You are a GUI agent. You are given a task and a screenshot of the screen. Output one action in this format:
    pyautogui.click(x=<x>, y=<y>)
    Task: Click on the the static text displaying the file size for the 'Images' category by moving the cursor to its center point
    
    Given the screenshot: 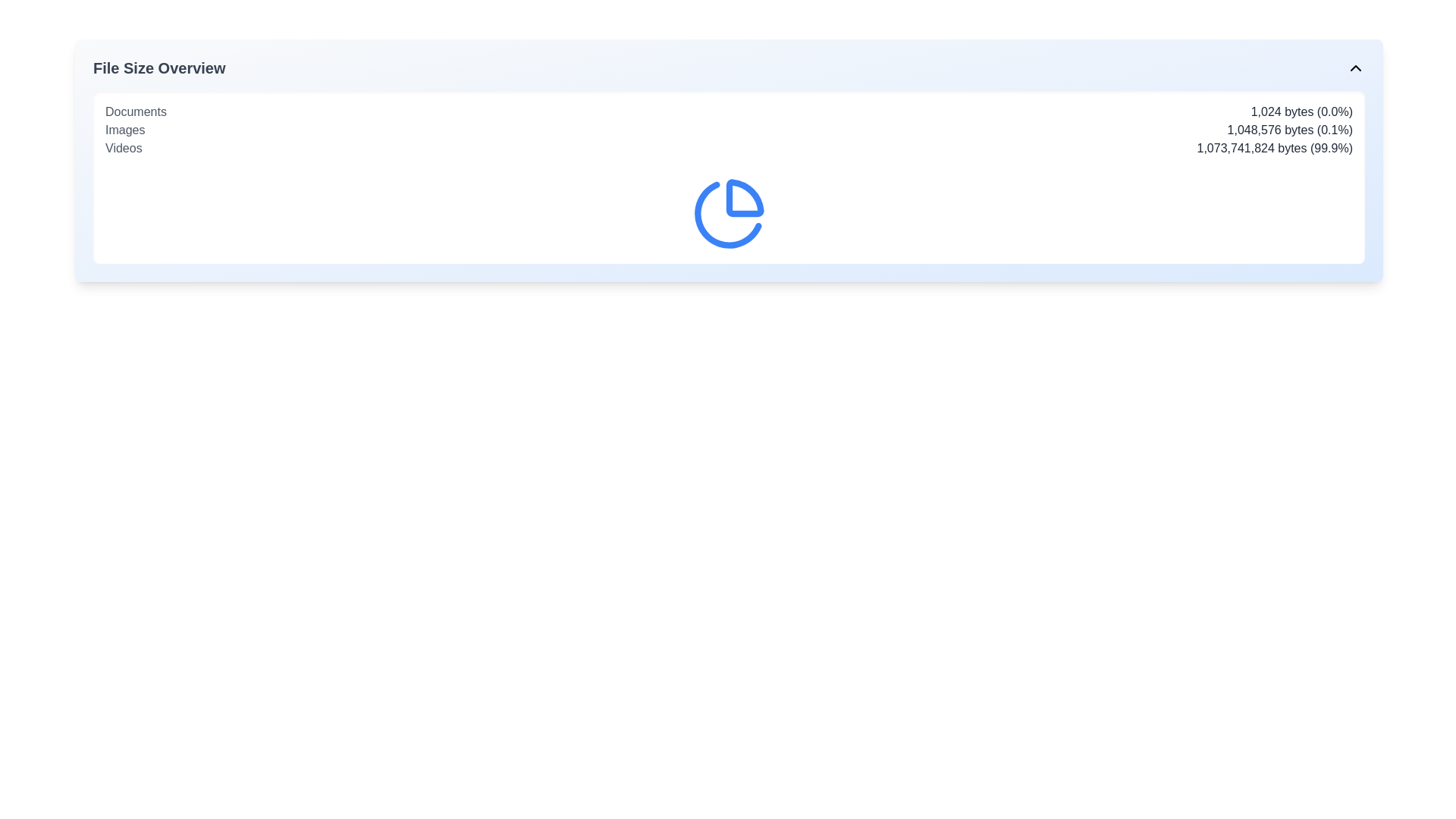 What is the action you would take?
    pyautogui.click(x=1289, y=130)
    